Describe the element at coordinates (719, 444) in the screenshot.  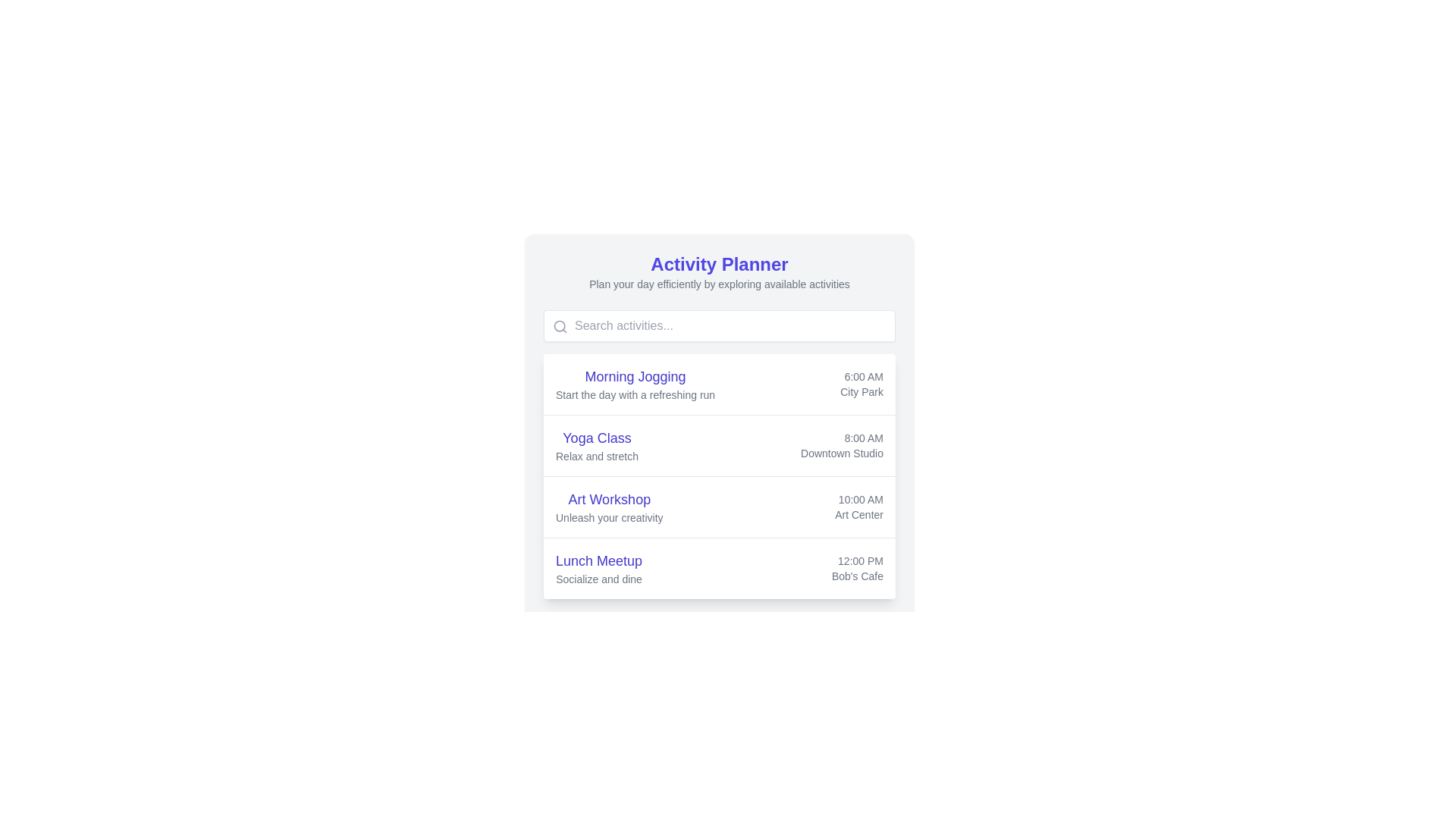
I see `keyboard navigation` at that location.